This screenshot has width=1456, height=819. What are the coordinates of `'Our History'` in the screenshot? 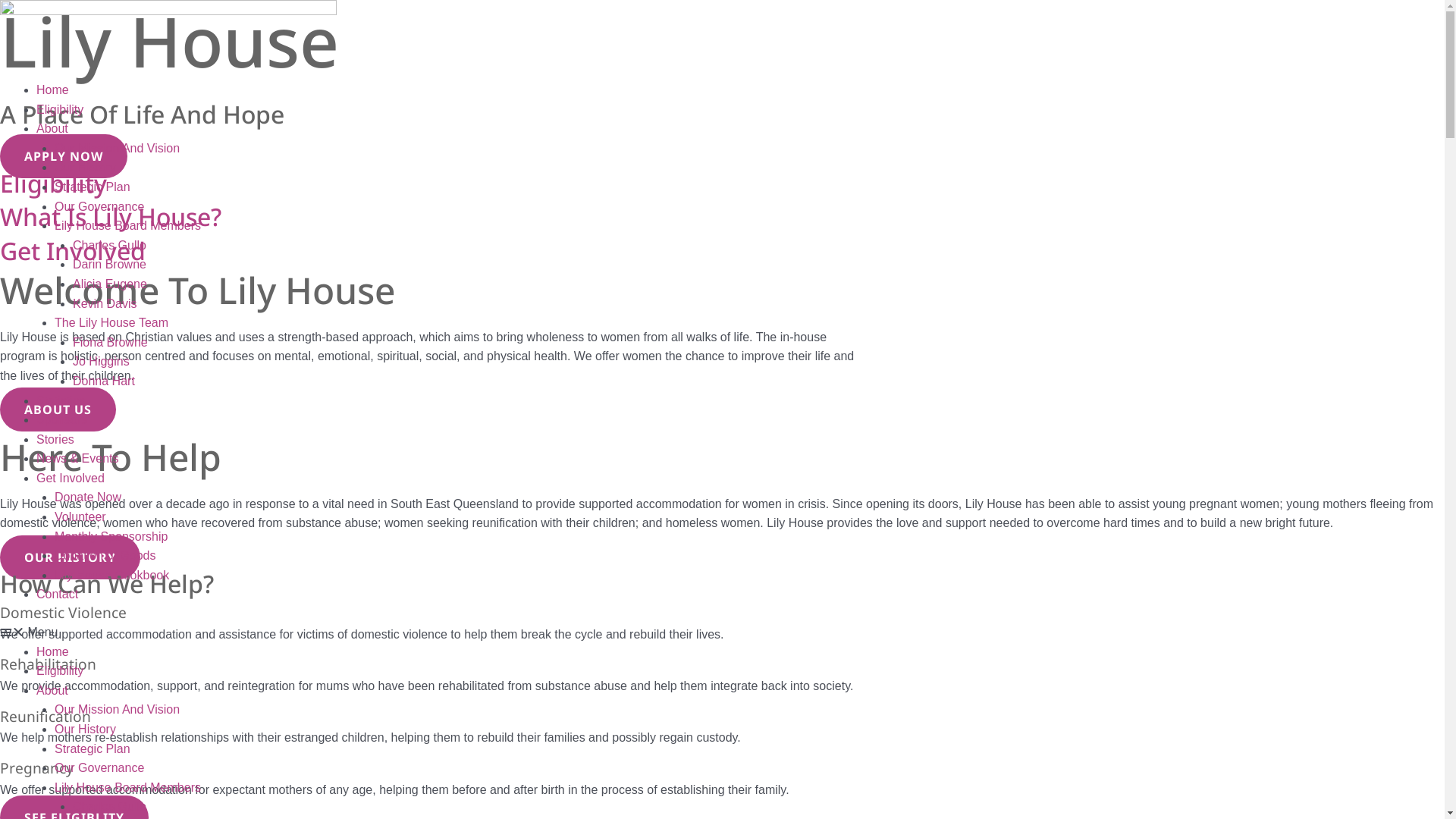 It's located at (55, 728).